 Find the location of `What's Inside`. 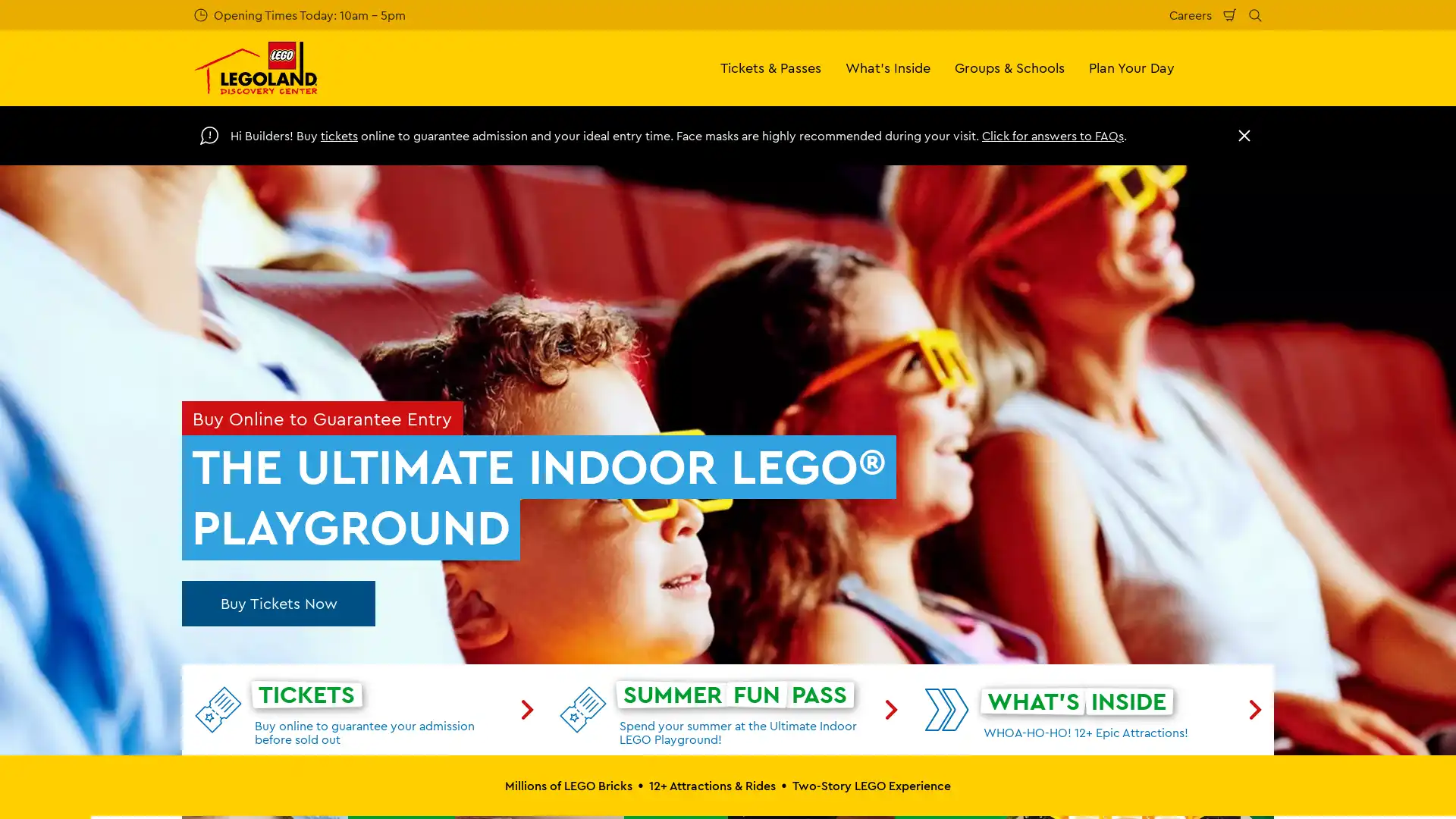

What's Inside is located at coordinates (888, 67).